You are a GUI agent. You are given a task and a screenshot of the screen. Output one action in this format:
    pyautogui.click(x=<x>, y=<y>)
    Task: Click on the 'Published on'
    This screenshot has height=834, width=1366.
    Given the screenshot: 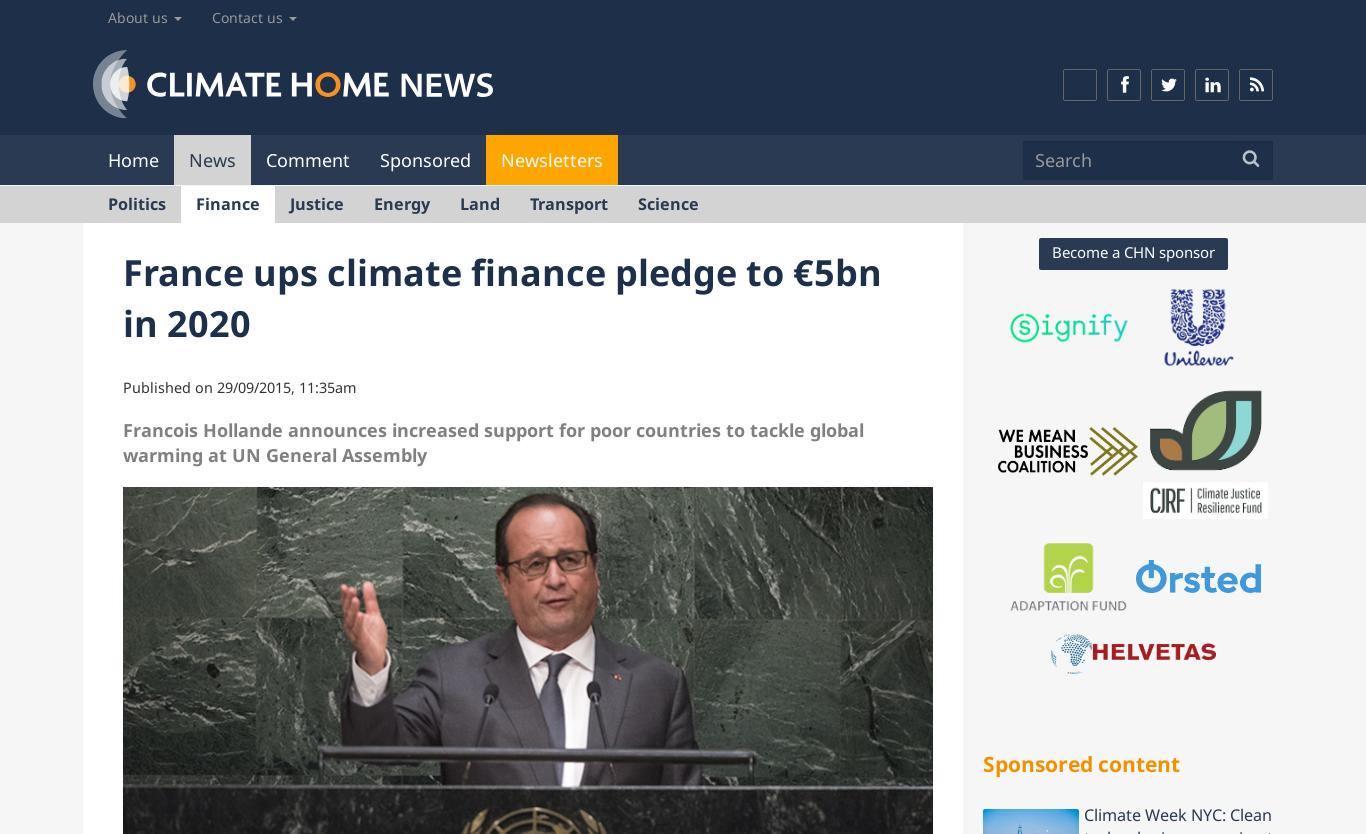 What is the action you would take?
    pyautogui.click(x=169, y=385)
    